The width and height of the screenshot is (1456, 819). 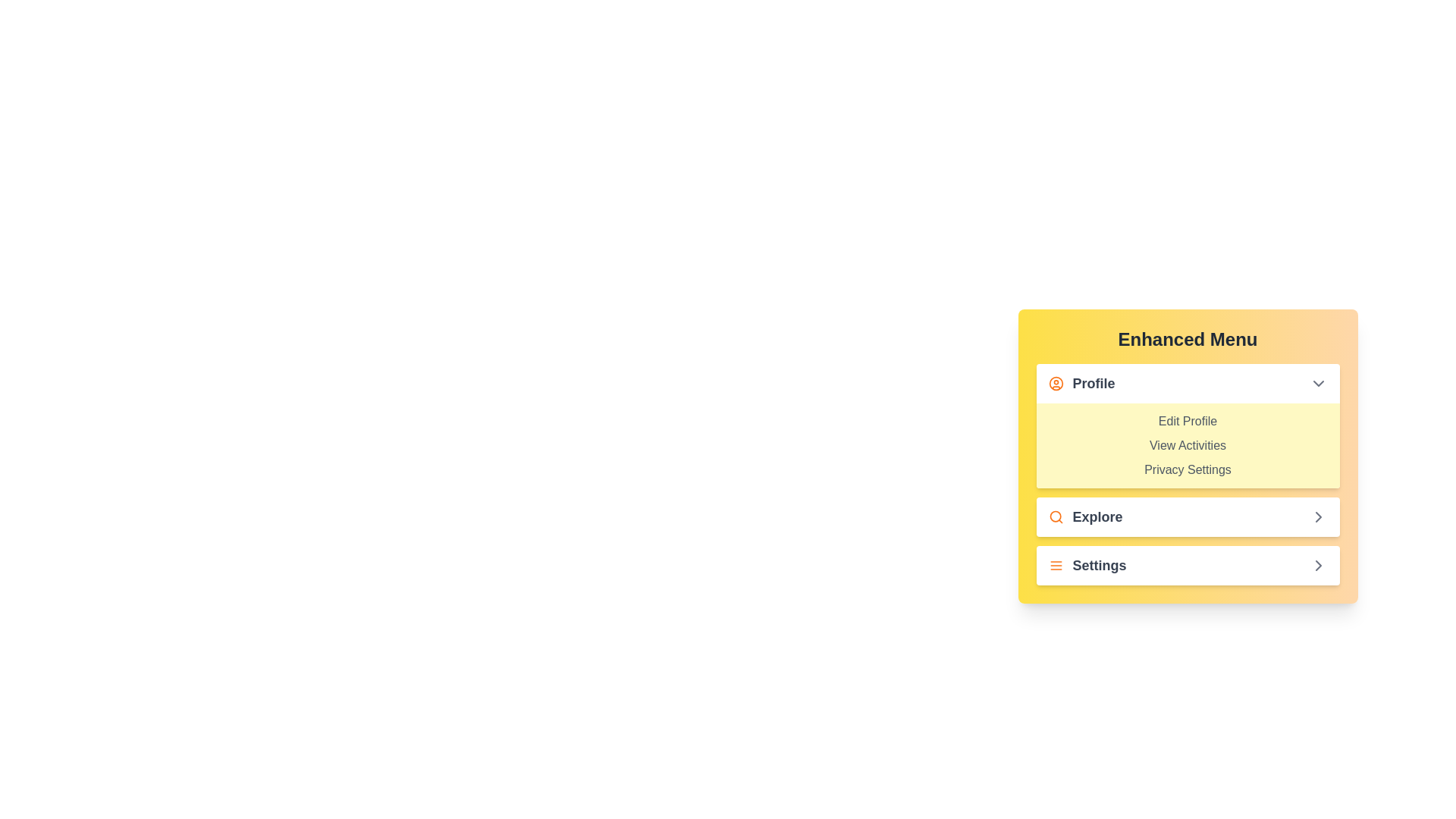 I want to click on the settings-related text label located at the bottom right corner of the 'Explore' section in the 'Enhanced Menu' interface, so click(x=1099, y=565).